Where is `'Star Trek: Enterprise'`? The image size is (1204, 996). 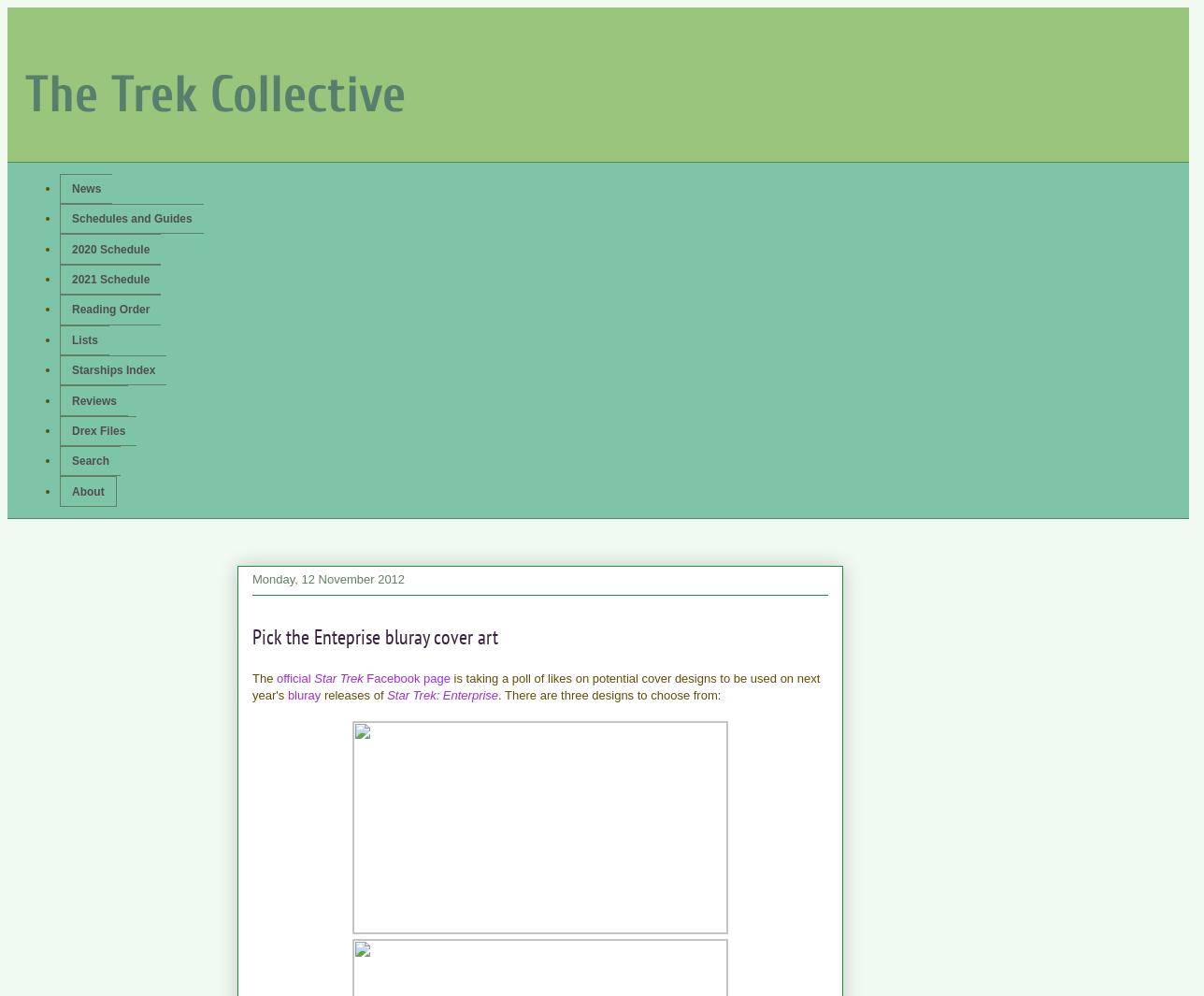 'Star Trek: Enterprise' is located at coordinates (442, 695).